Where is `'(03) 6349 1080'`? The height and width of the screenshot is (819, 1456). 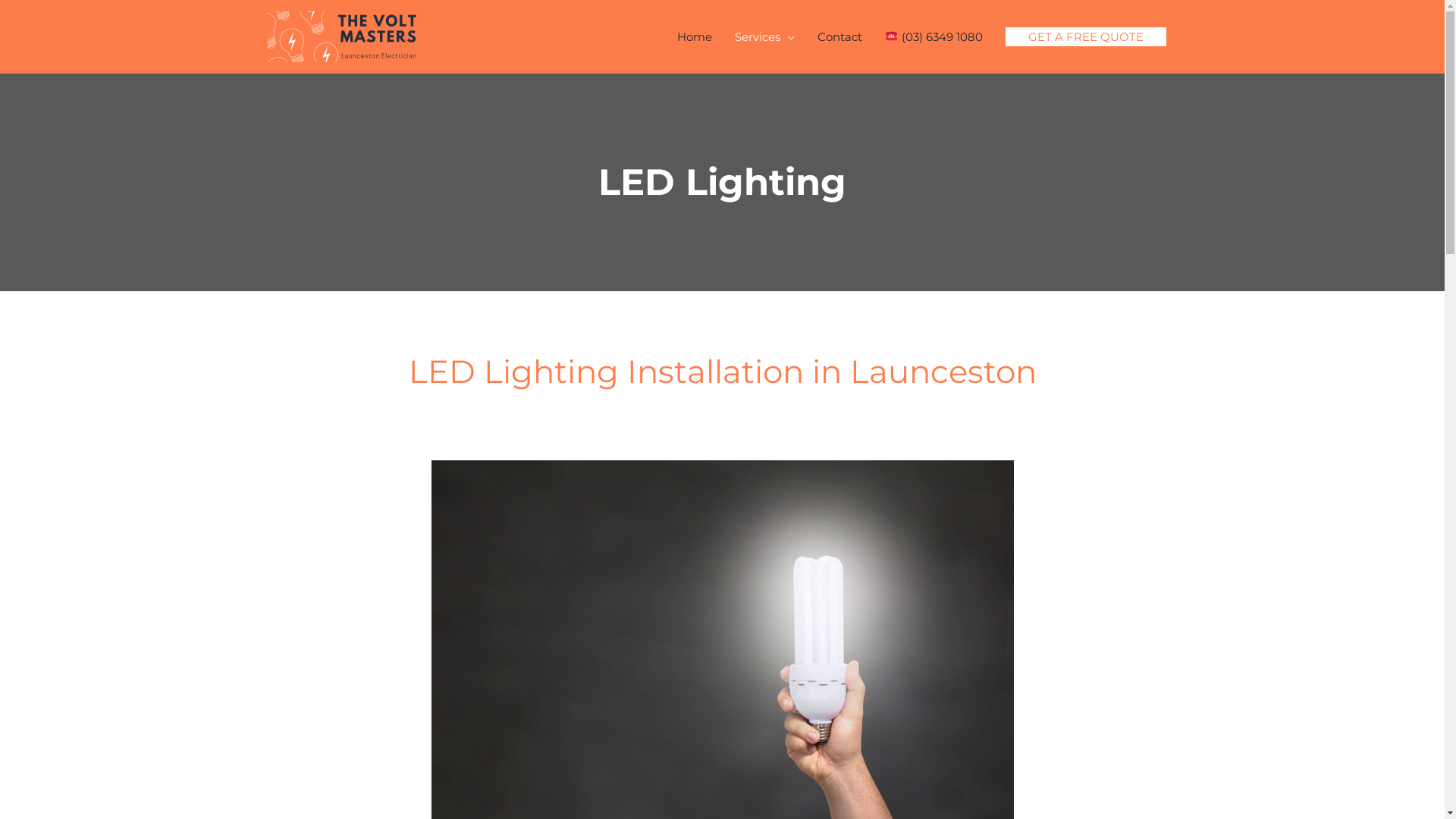
'(03) 6349 1080' is located at coordinates (932, 35).